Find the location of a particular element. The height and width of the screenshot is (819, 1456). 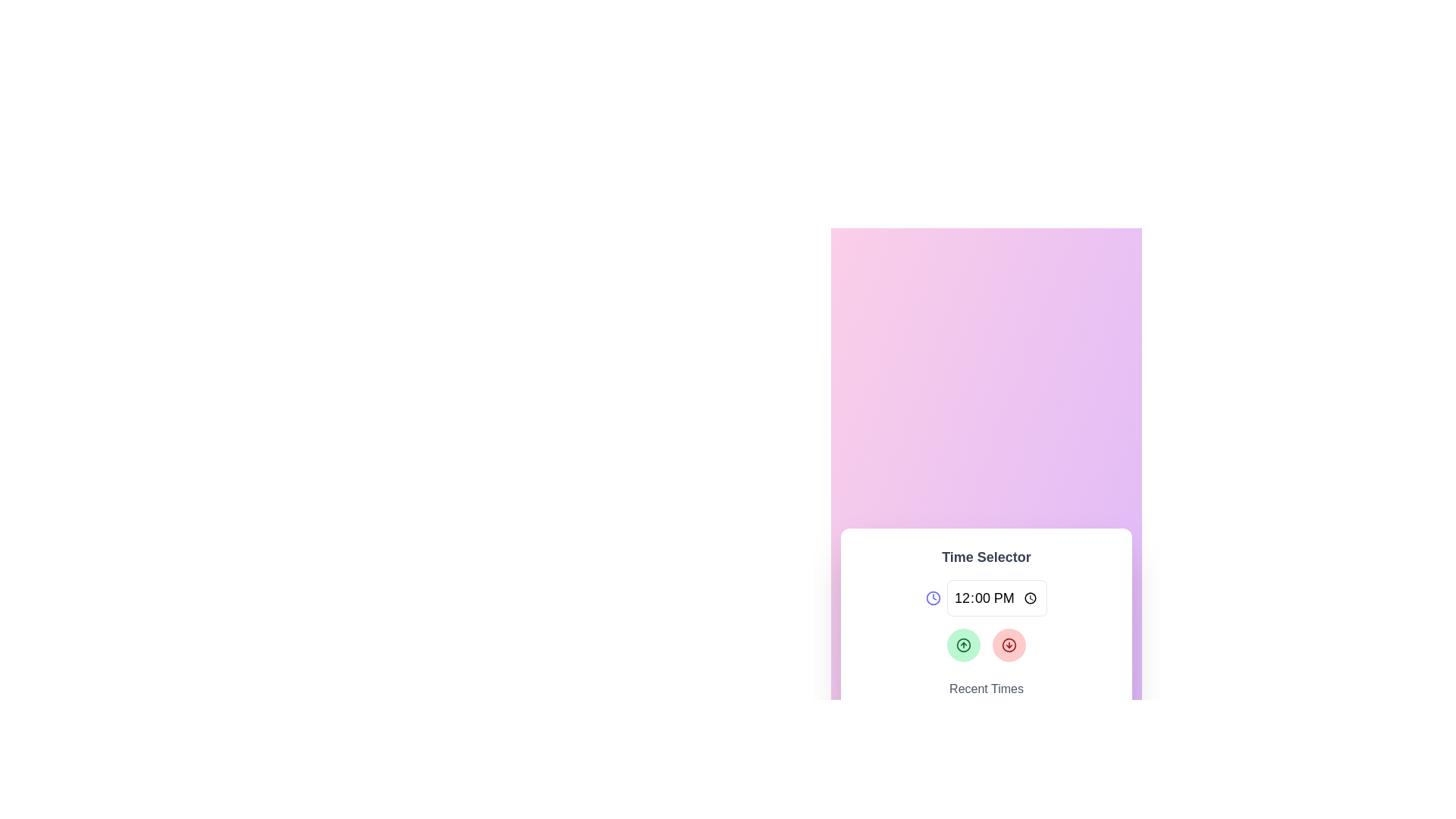

the upward arrow icon button located within a green circular button, positioned below the 'Time Selector' label and to the left of a red downward arrow button is located at coordinates (963, 645).